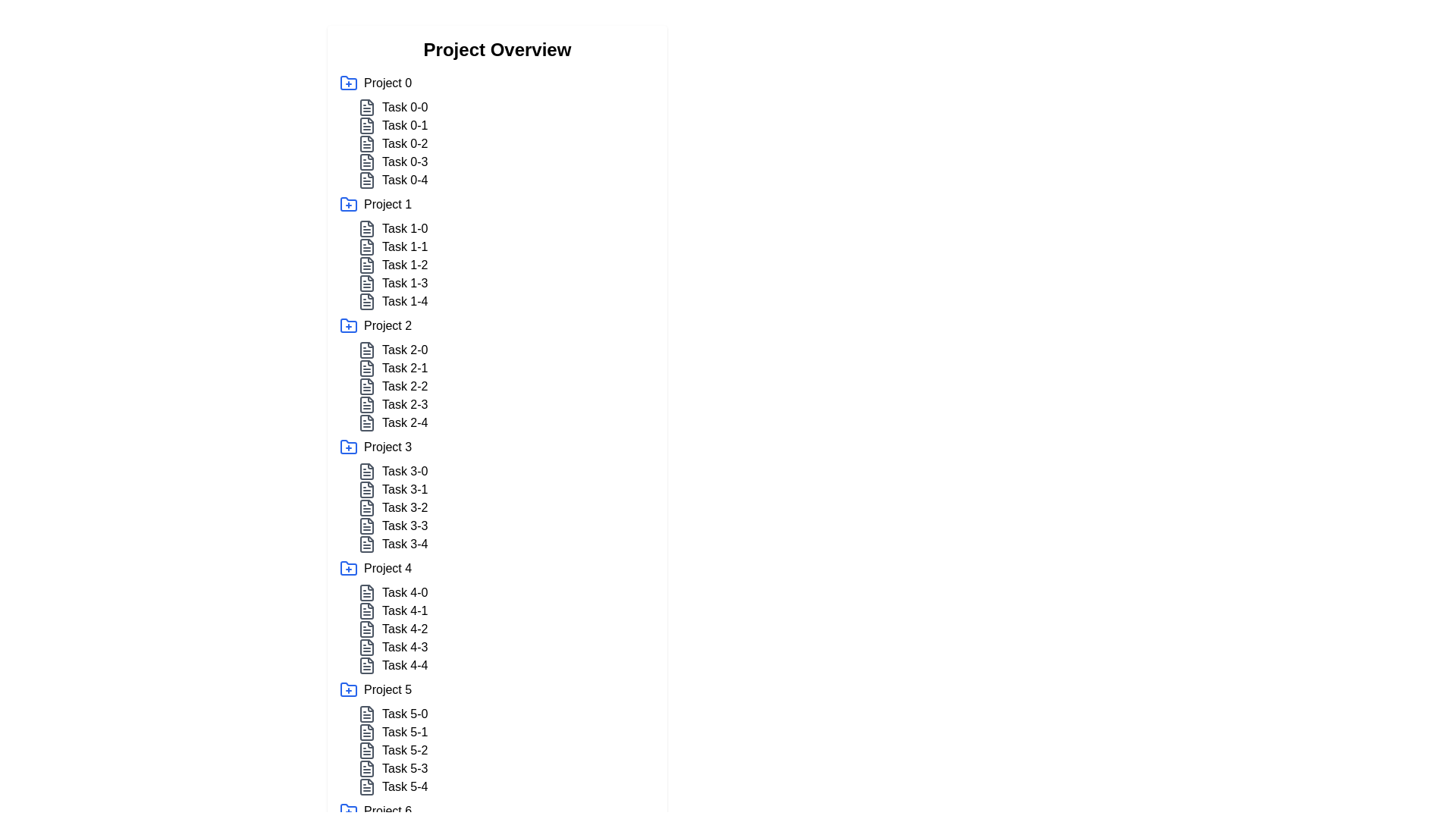  What do you see at coordinates (367, 543) in the screenshot?
I see `the small monochromatic file icon located to the left of the 'Task 3-4' label within the 'Project 3' section to interact with it` at bounding box center [367, 543].